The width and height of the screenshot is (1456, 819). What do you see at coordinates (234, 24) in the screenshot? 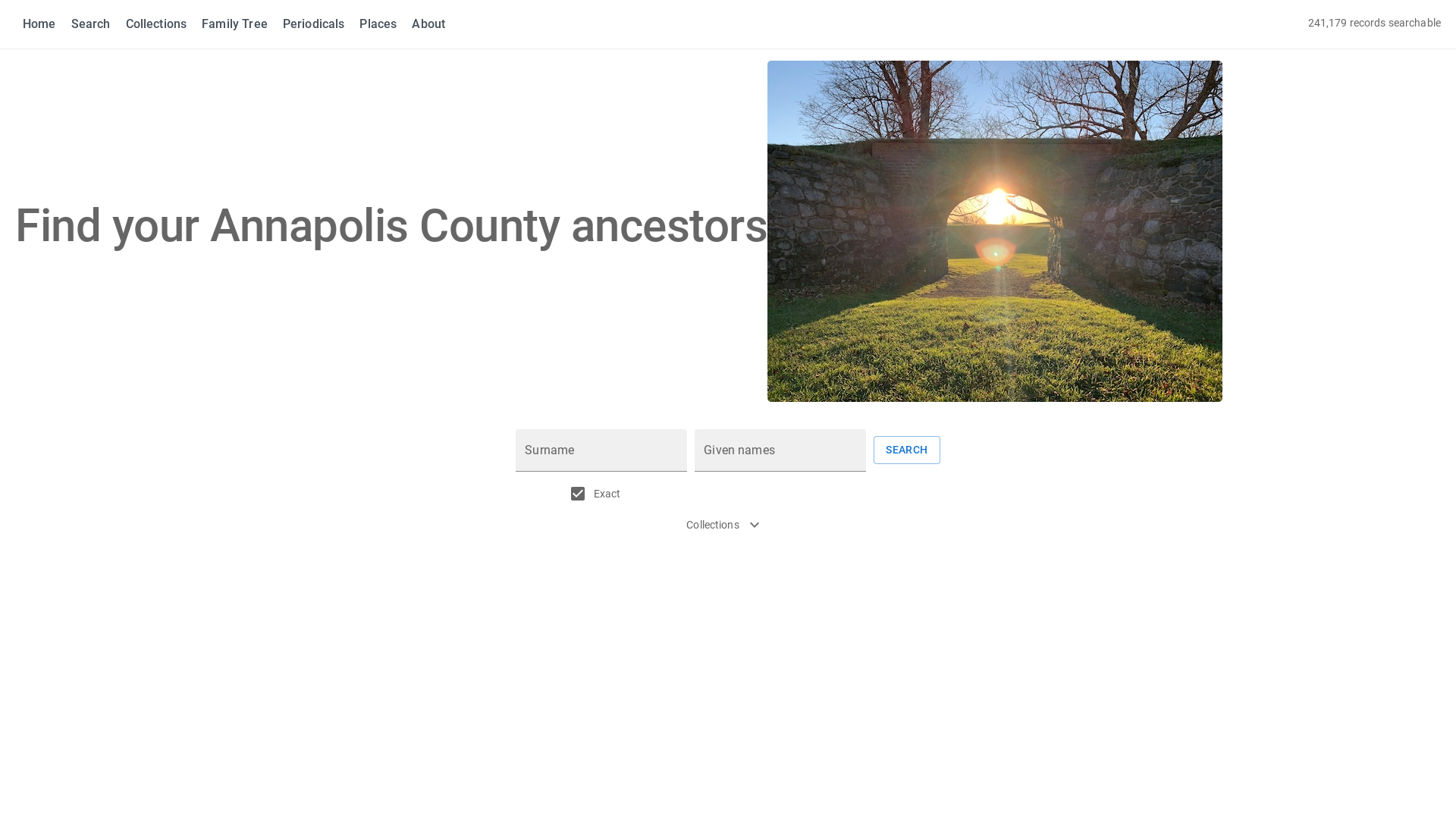
I see `'Family Tree'` at bounding box center [234, 24].